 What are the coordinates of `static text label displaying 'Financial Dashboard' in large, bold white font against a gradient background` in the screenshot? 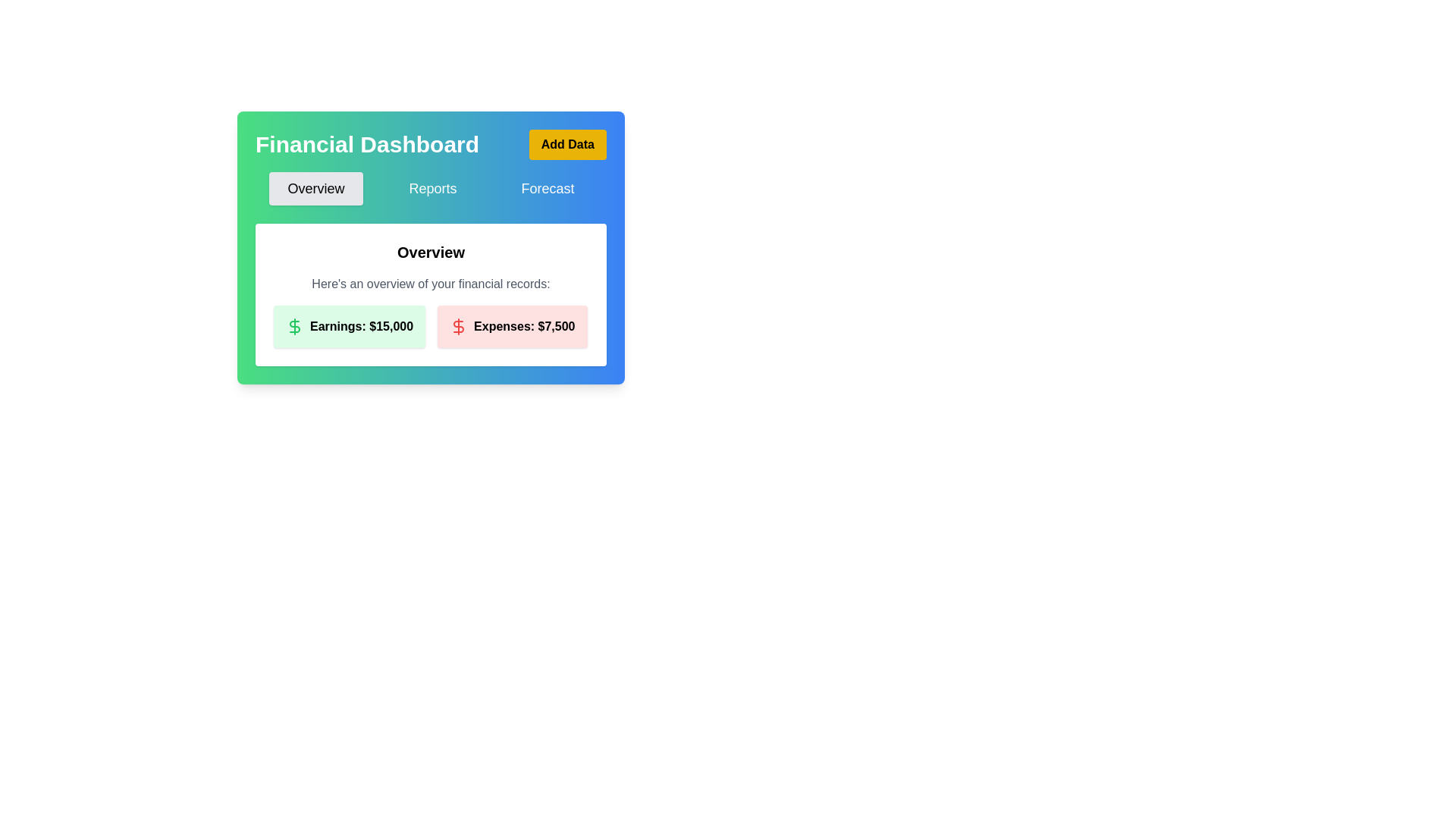 It's located at (367, 145).